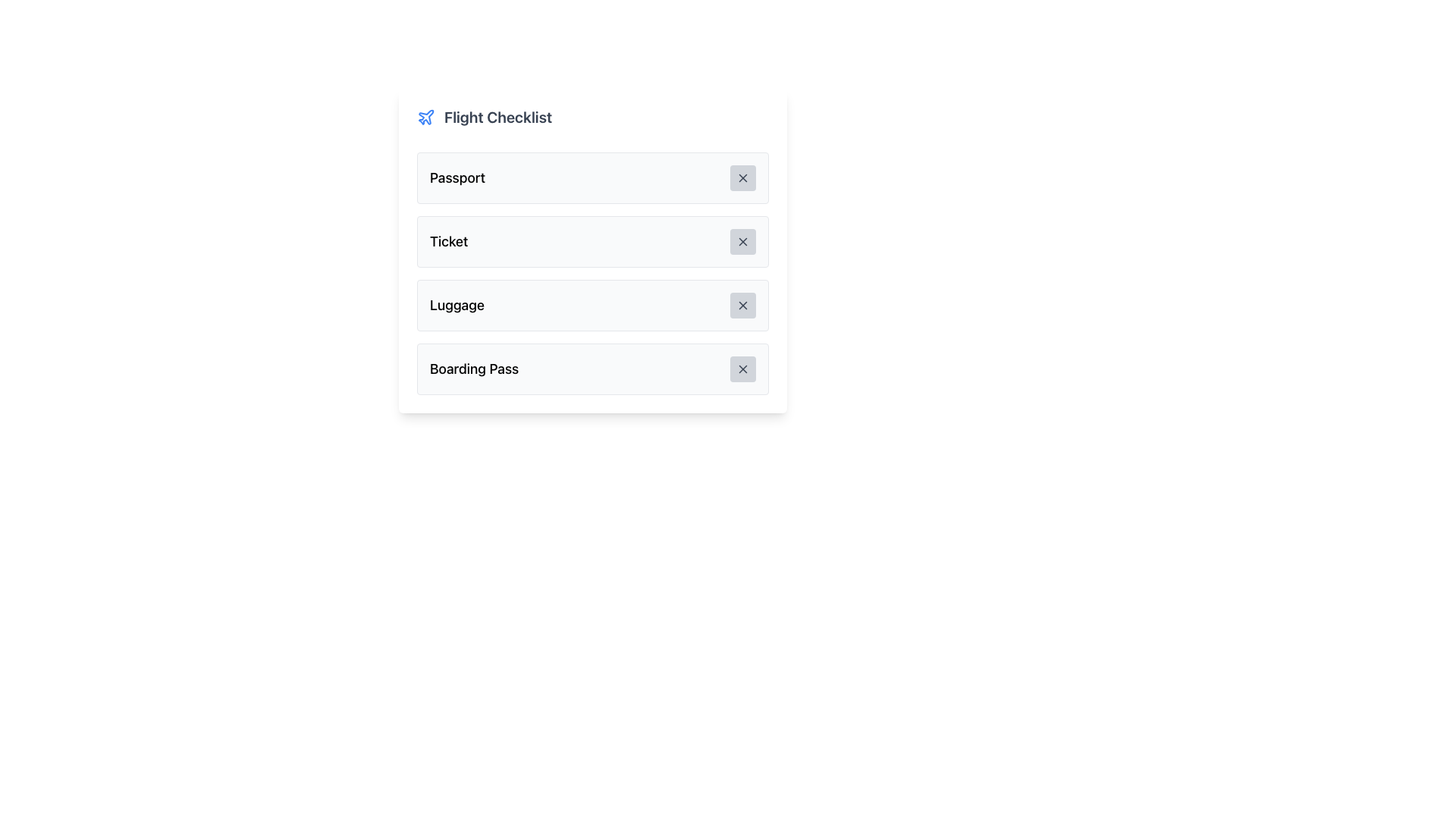 This screenshot has height=819, width=1456. What do you see at coordinates (742, 241) in the screenshot?
I see `the interactive button with an 'X' icon located to the right of the 'Ticket' label` at bounding box center [742, 241].